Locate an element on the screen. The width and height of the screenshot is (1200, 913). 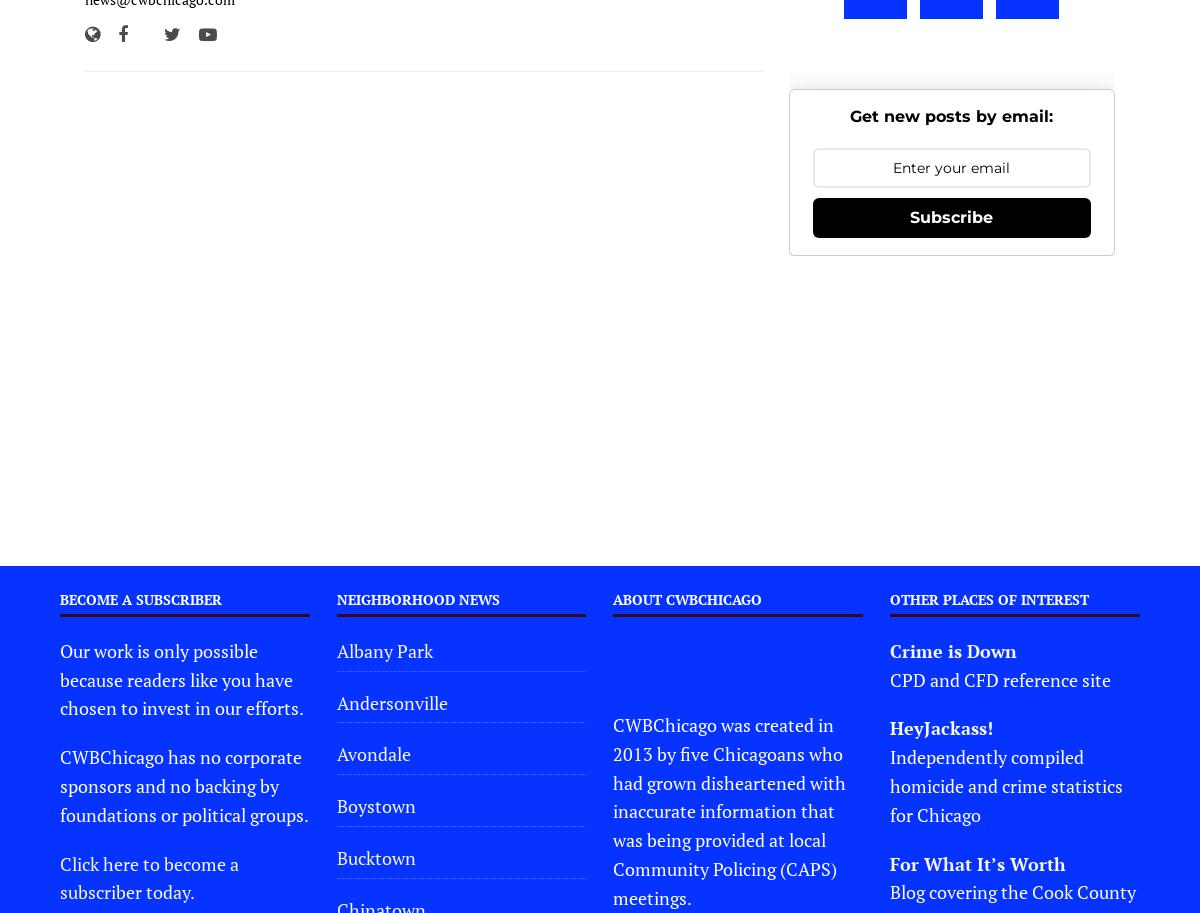
'Neighborhood News' is located at coordinates (417, 598).